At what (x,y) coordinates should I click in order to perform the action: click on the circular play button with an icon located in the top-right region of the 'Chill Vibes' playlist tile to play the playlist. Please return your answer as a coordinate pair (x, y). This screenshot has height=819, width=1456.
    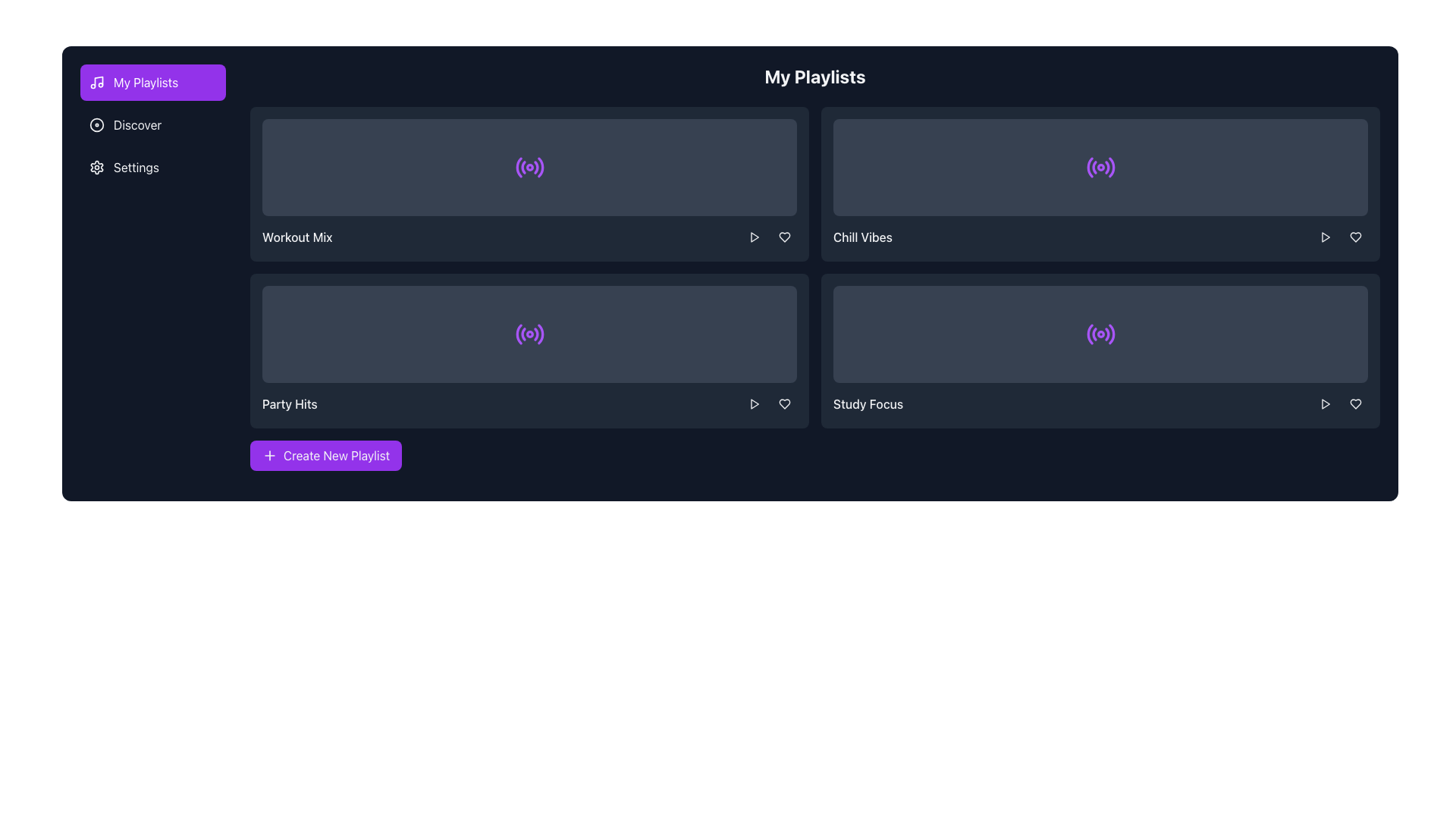
    Looking at the image, I should click on (1324, 237).